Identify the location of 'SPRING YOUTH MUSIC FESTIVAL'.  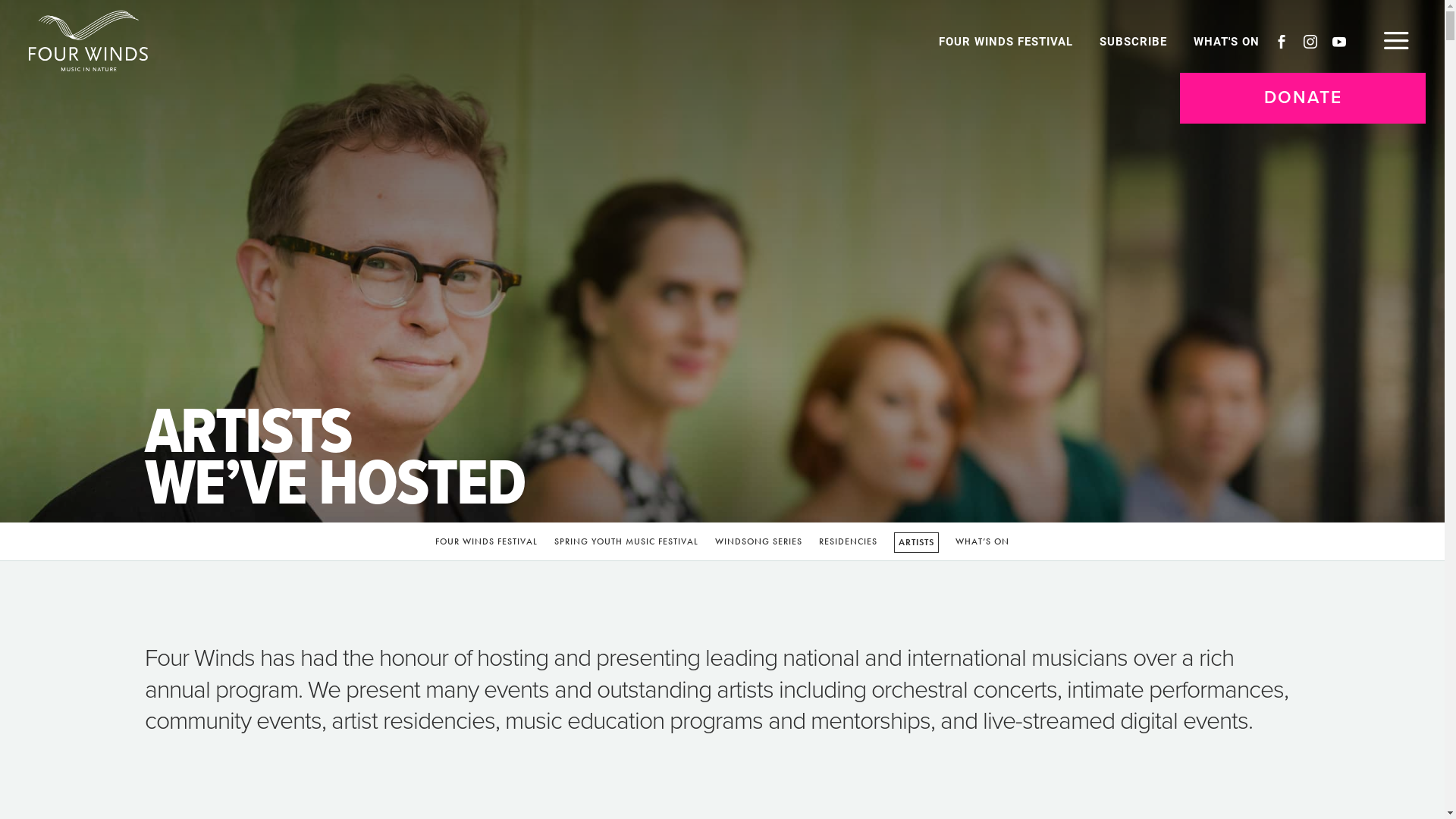
(626, 543).